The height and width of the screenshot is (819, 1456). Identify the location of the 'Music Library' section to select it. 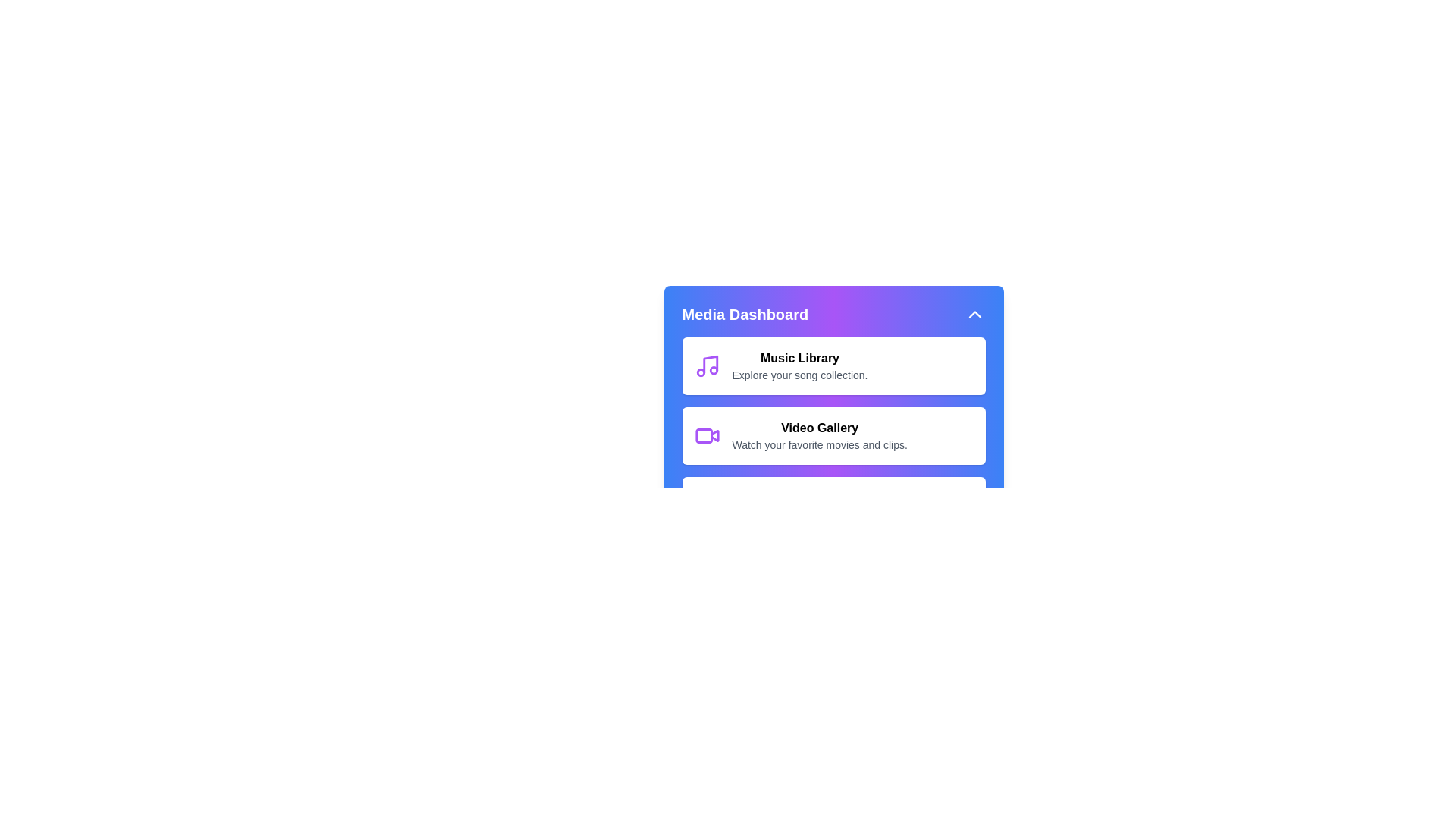
(833, 366).